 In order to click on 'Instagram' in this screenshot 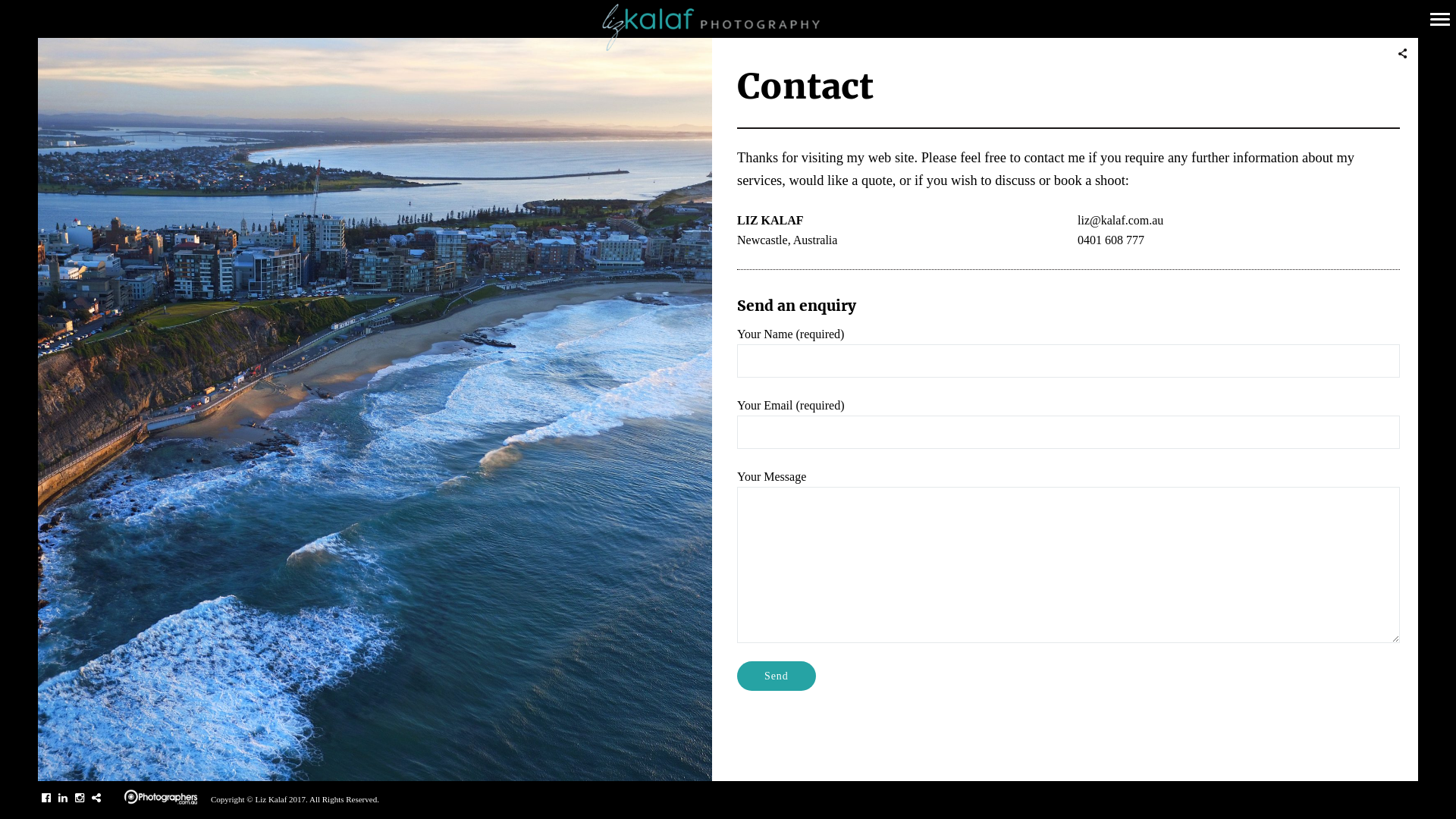, I will do `click(79, 797)`.